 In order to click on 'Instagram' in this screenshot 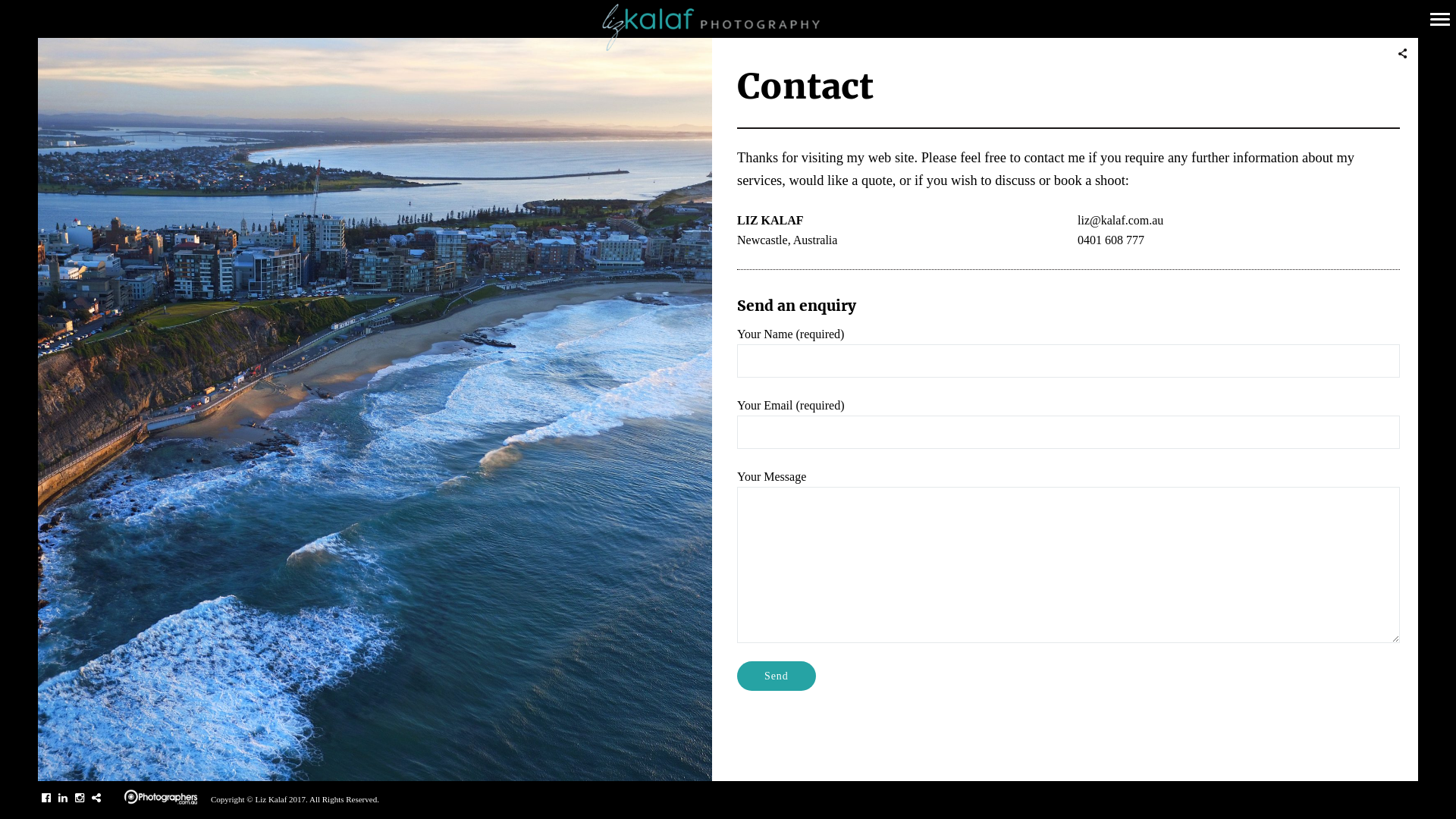, I will do `click(79, 797)`.